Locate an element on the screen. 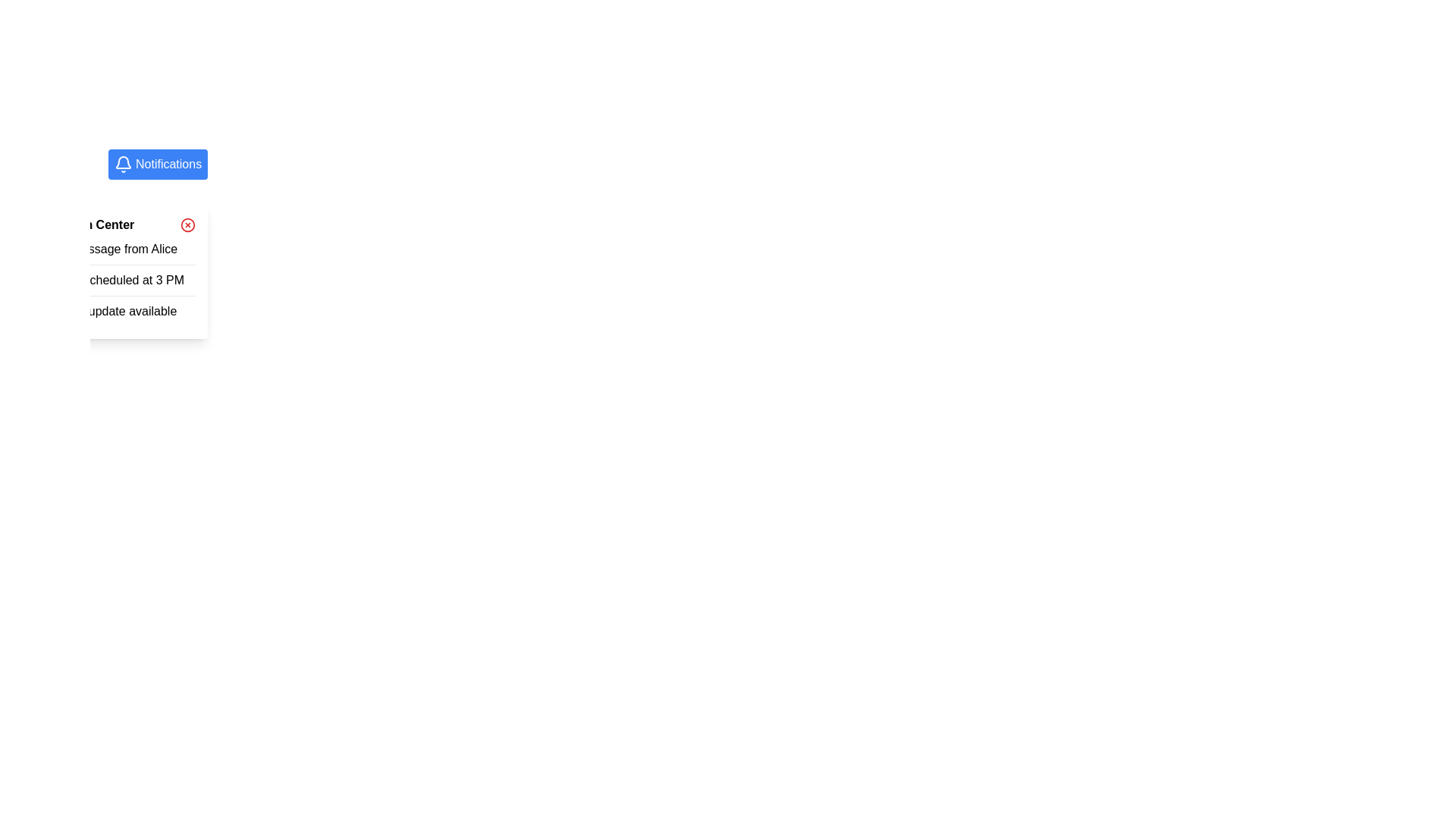  message content of the first notification which displays 'New message from Alice' in a dropdown panel under the 'Notifications' icon is located at coordinates (110, 248).